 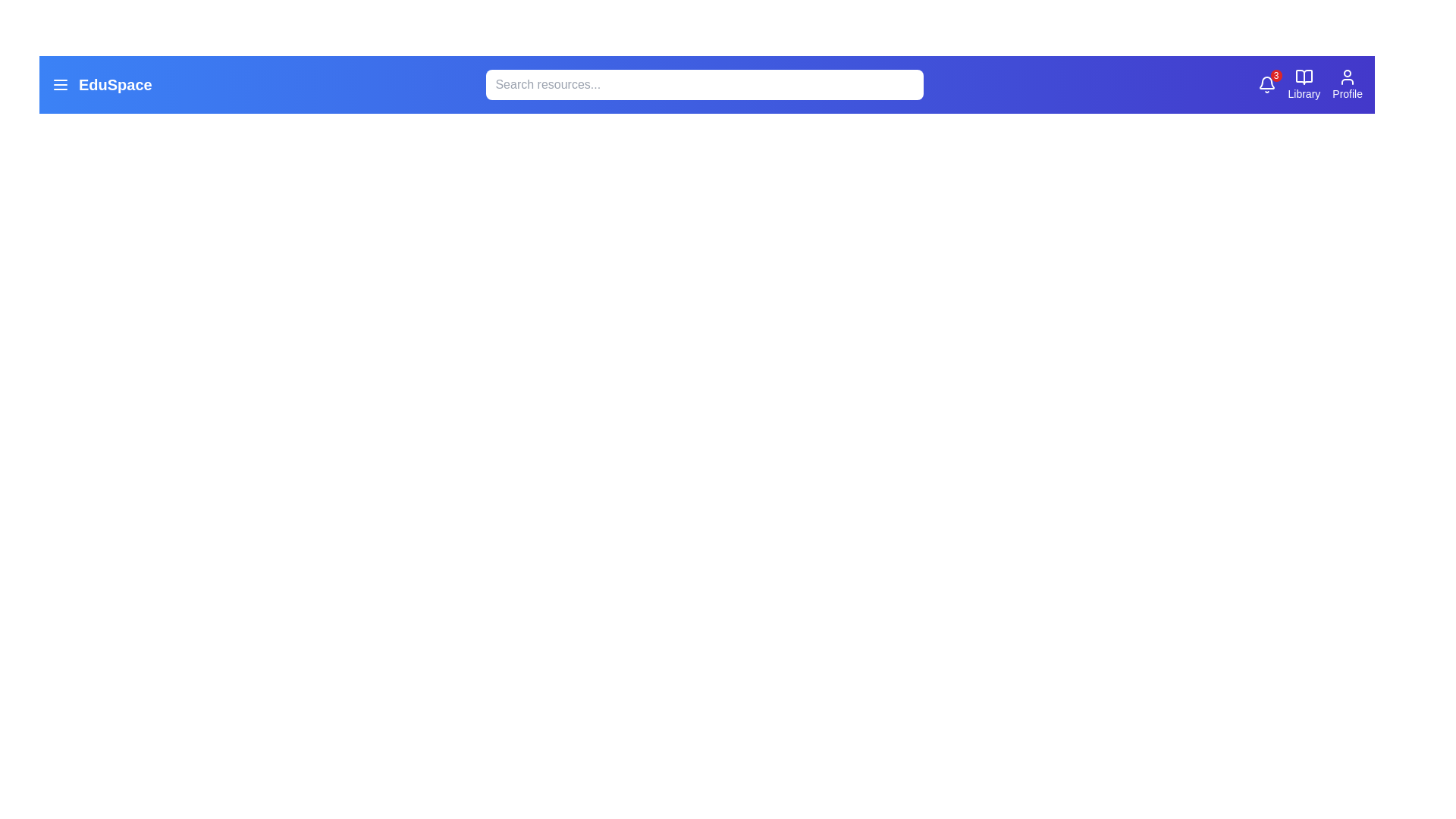 What do you see at coordinates (1347, 84) in the screenshot?
I see `the 'Profile' button to visit the user profile` at bounding box center [1347, 84].